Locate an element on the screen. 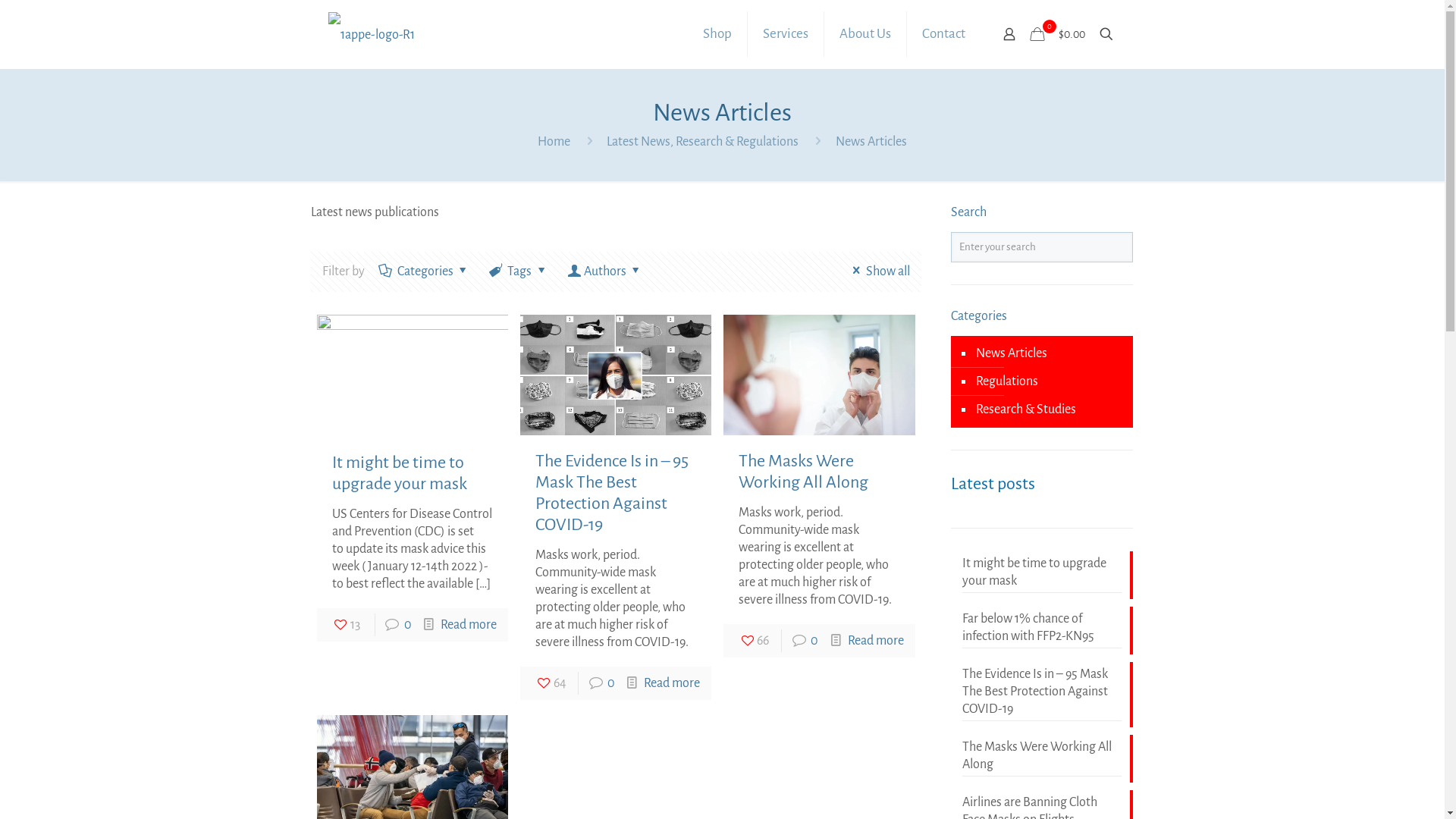 Image resolution: width=1456 pixels, height=819 pixels. 'Latest News, Research & Regulations' is located at coordinates (701, 141).